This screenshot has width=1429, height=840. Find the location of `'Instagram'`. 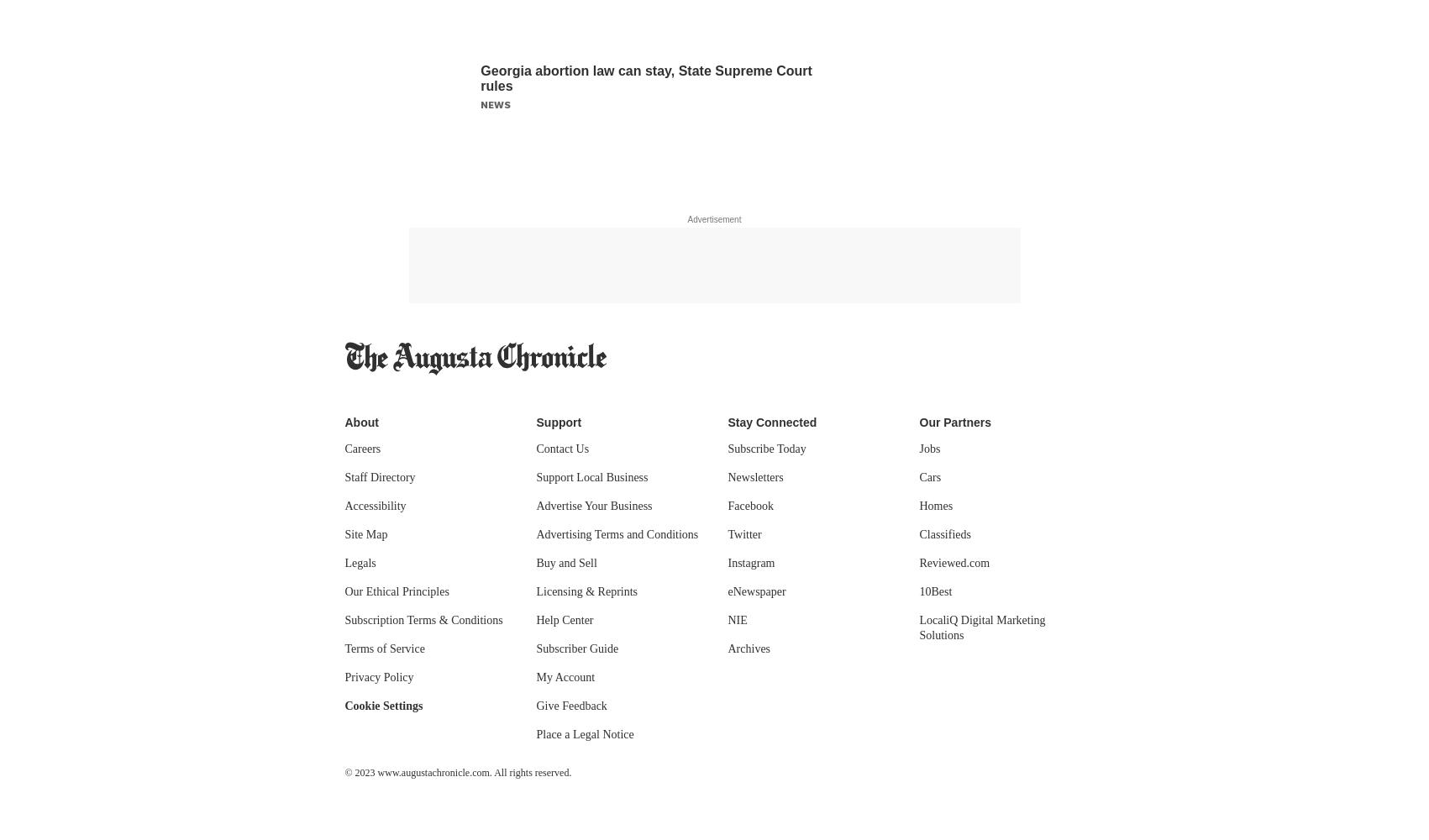

'Instagram' is located at coordinates (750, 563).